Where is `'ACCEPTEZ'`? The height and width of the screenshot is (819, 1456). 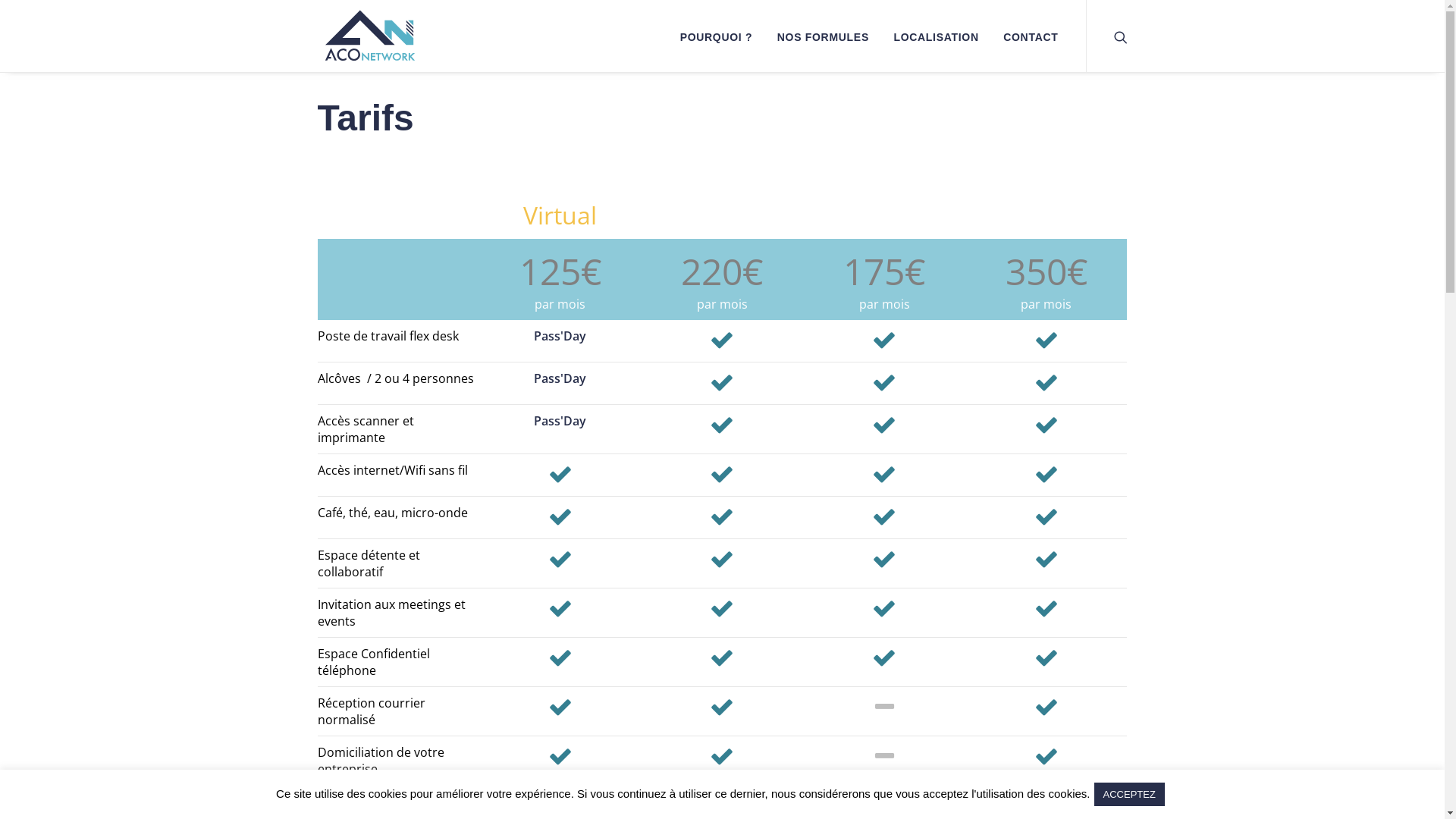
'ACCEPTEZ' is located at coordinates (1129, 793).